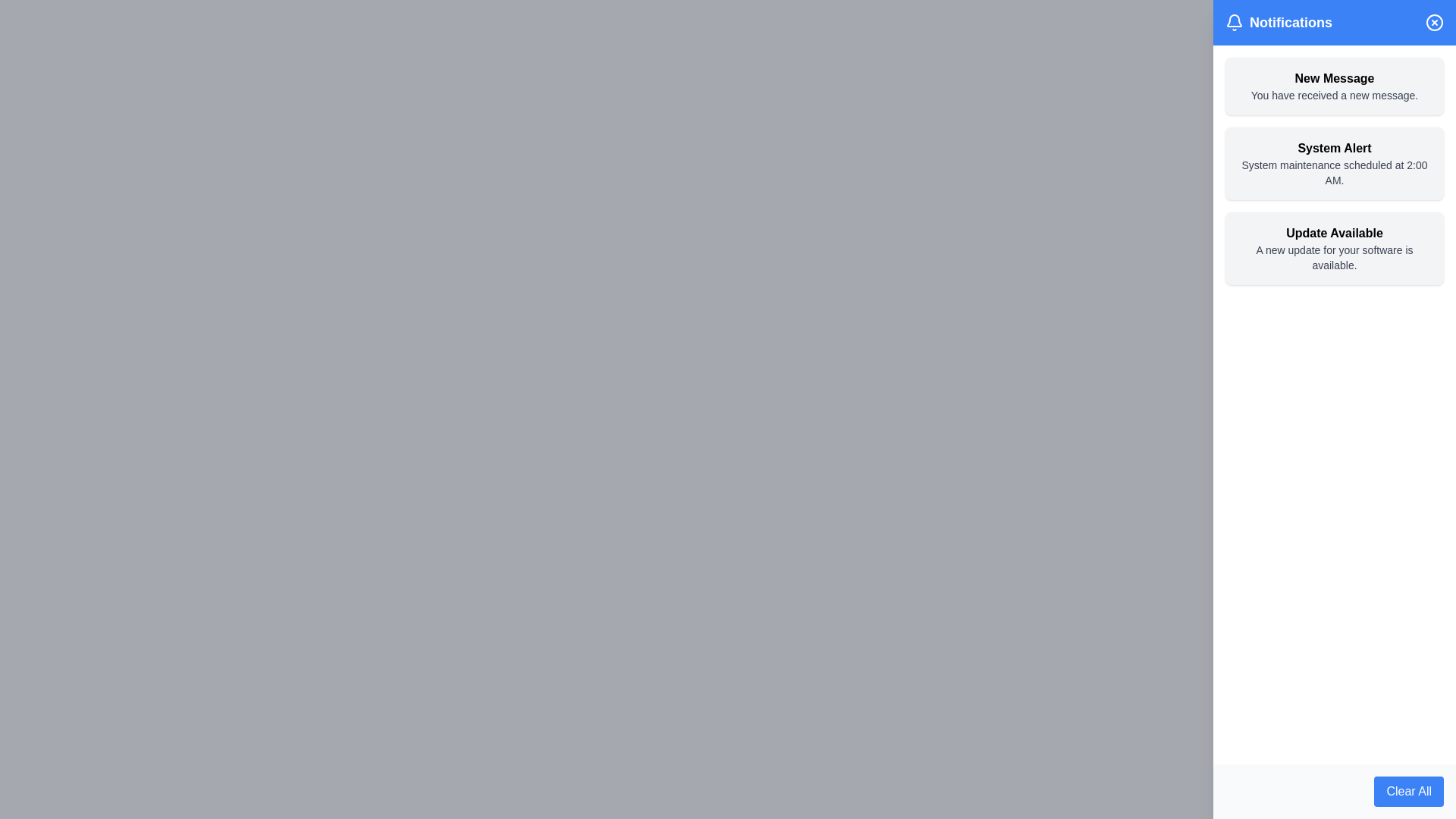  I want to click on the close button for the notification panel, which is located at the top-right corner of the panel, so click(1433, 23).